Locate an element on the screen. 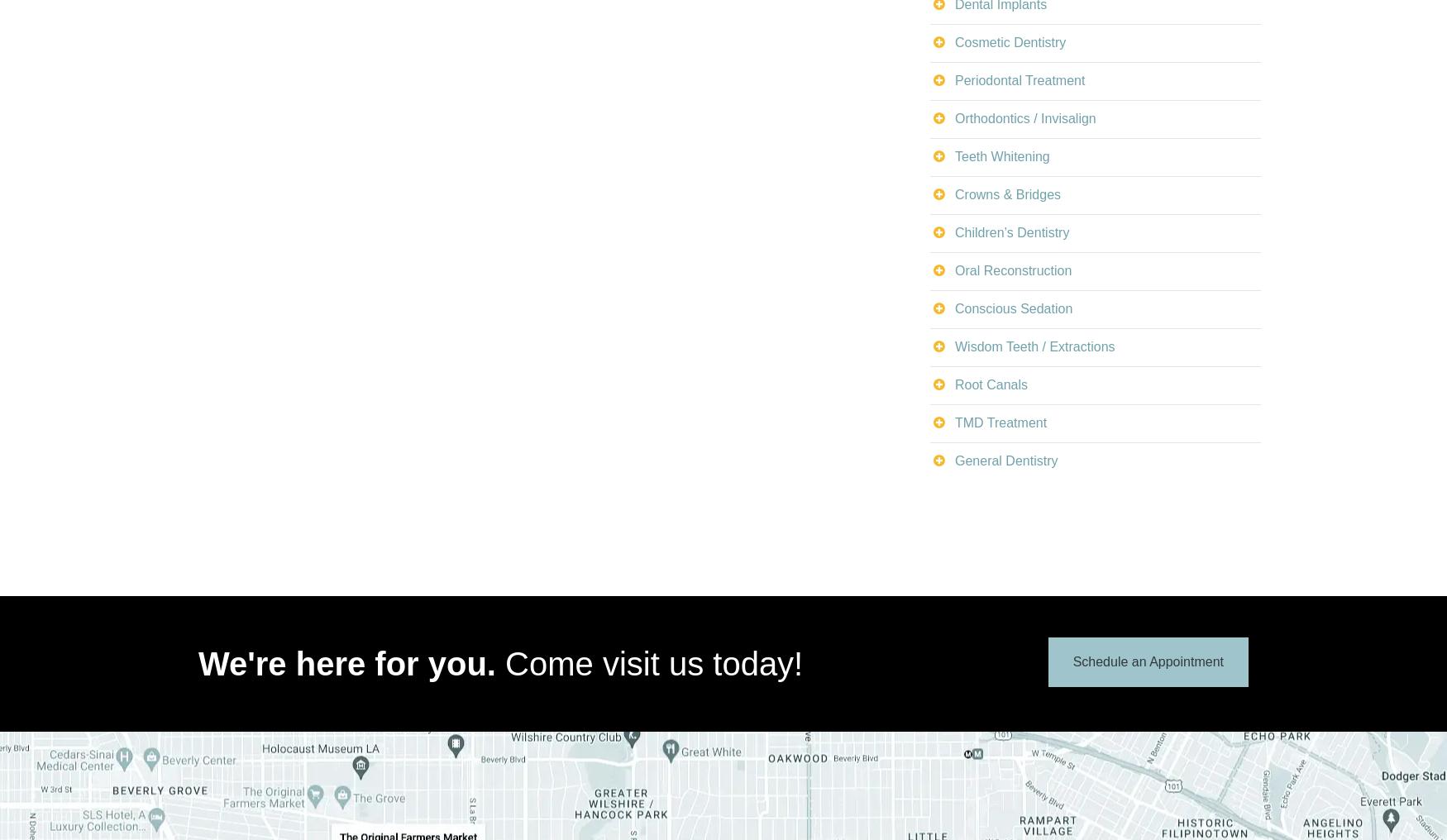 The width and height of the screenshot is (1447, 840). 'General Dentistry' is located at coordinates (1005, 459).